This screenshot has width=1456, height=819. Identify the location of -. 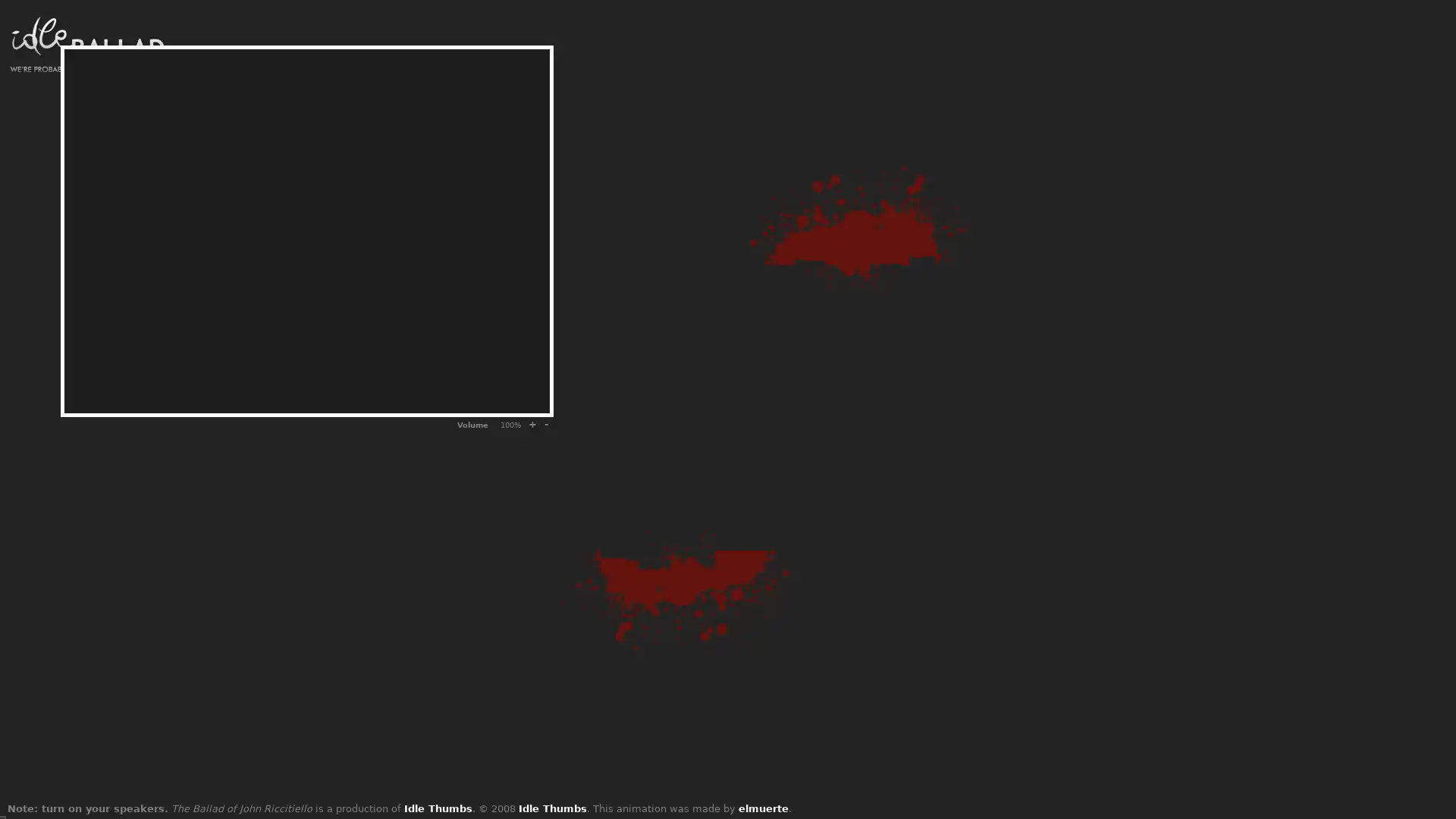
(546, 424).